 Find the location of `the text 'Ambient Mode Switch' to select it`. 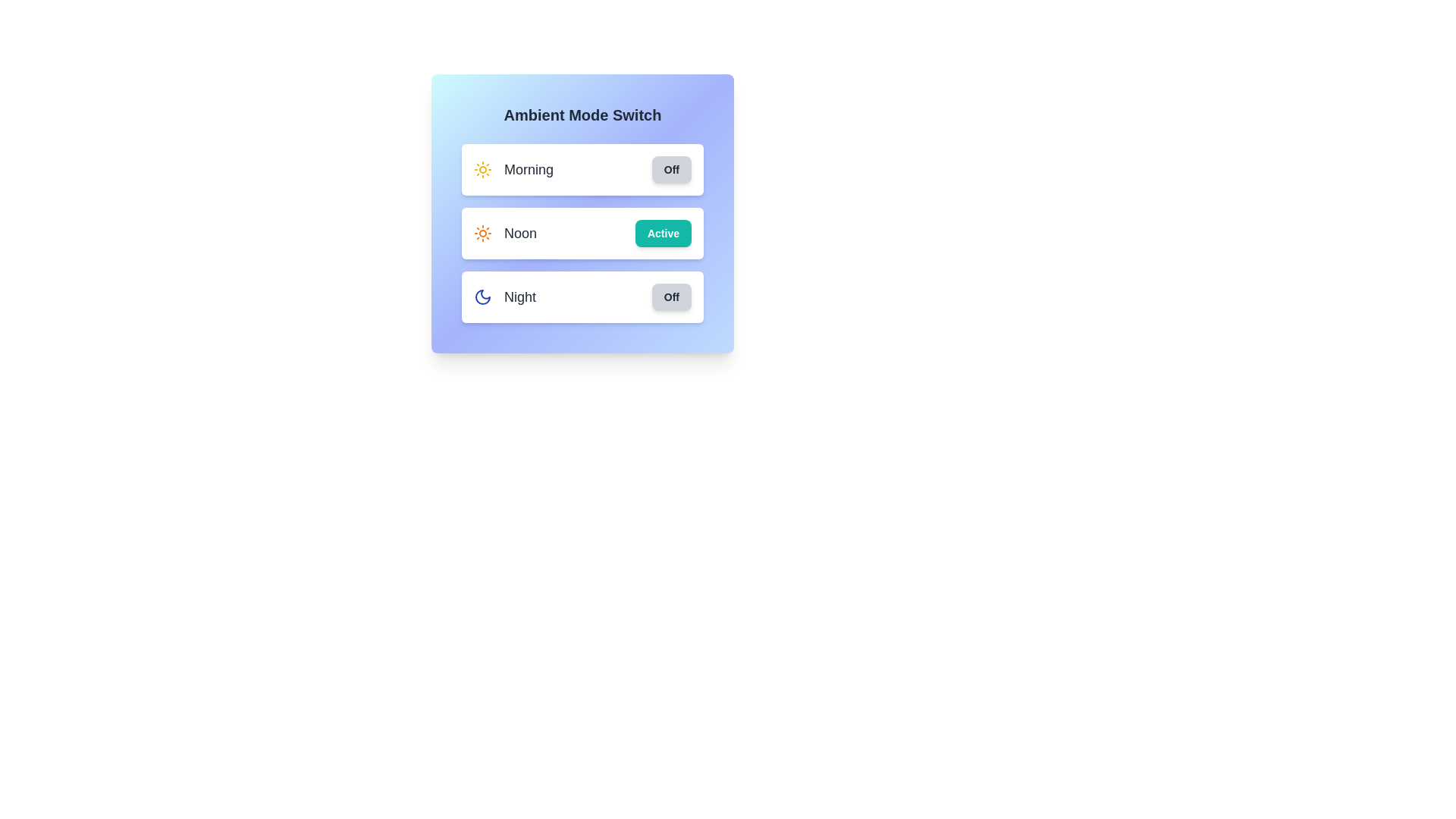

the text 'Ambient Mode Switch' to select it is located at coordinates (582, 114).